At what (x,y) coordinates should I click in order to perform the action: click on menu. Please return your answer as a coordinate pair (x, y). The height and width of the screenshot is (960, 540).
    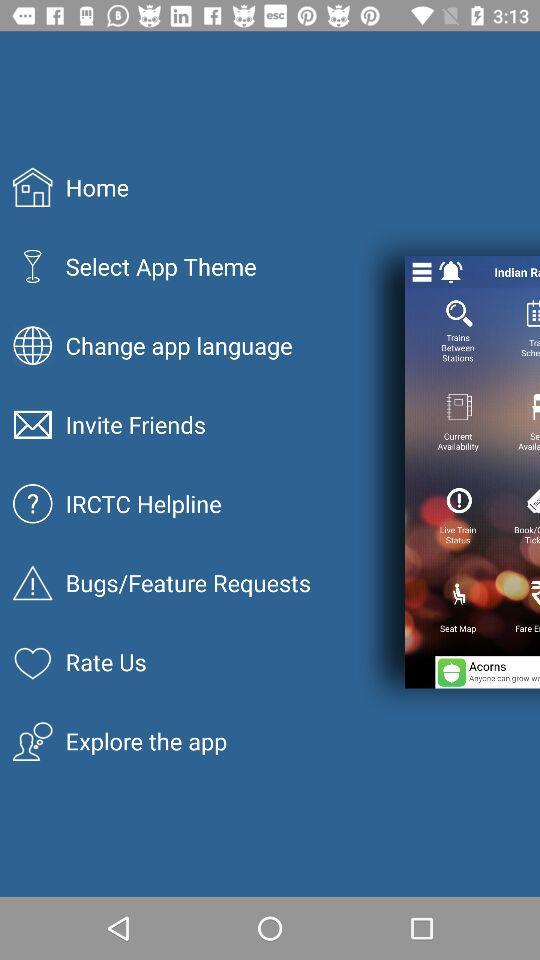
    Looking at the image, I should click on (421, 271).